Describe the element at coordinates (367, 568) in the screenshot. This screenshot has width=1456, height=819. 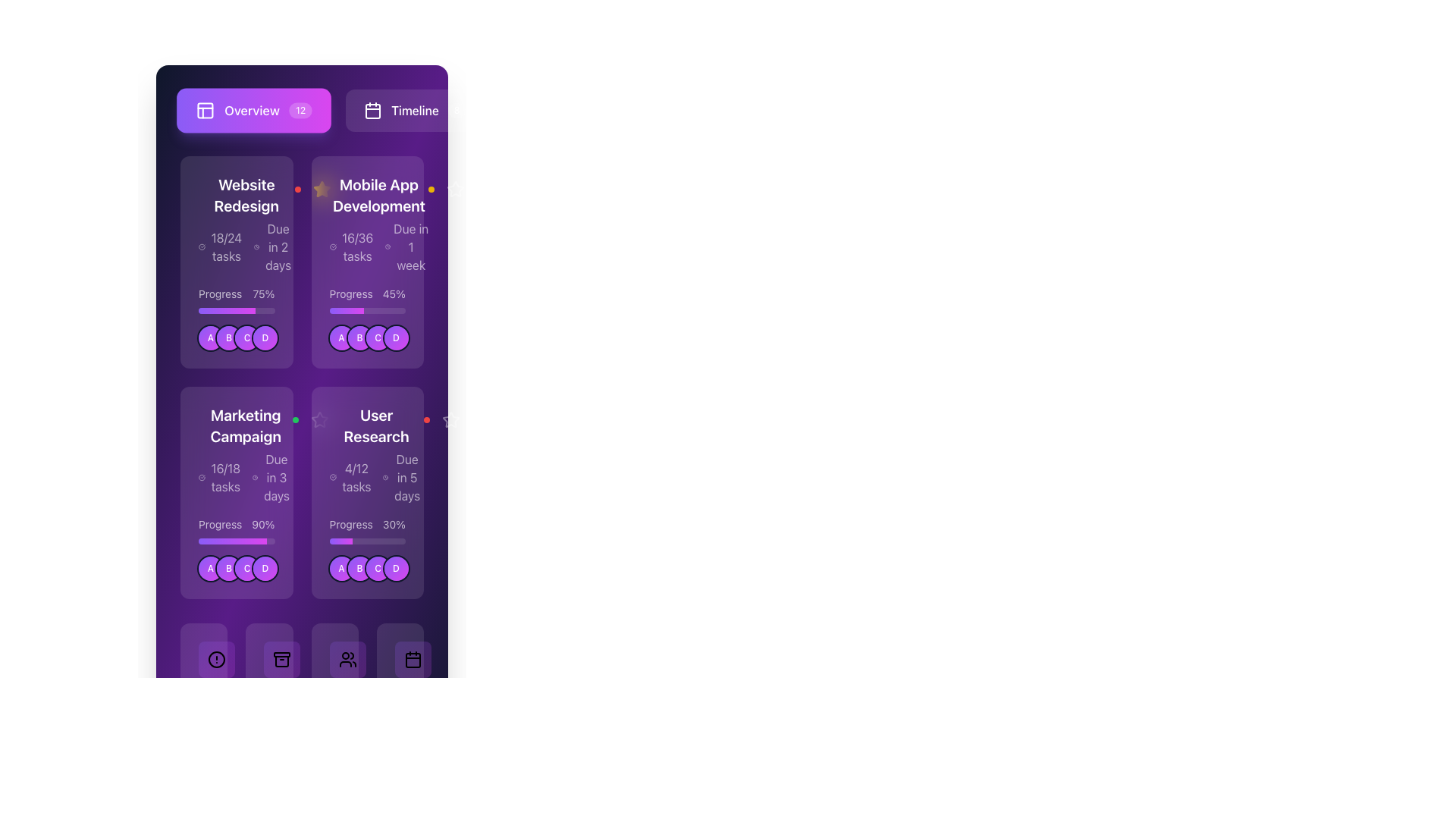
I see `the component group displaying participant initials located at the bottom section of the 'User Research' card beneath the progress bar` at that location.